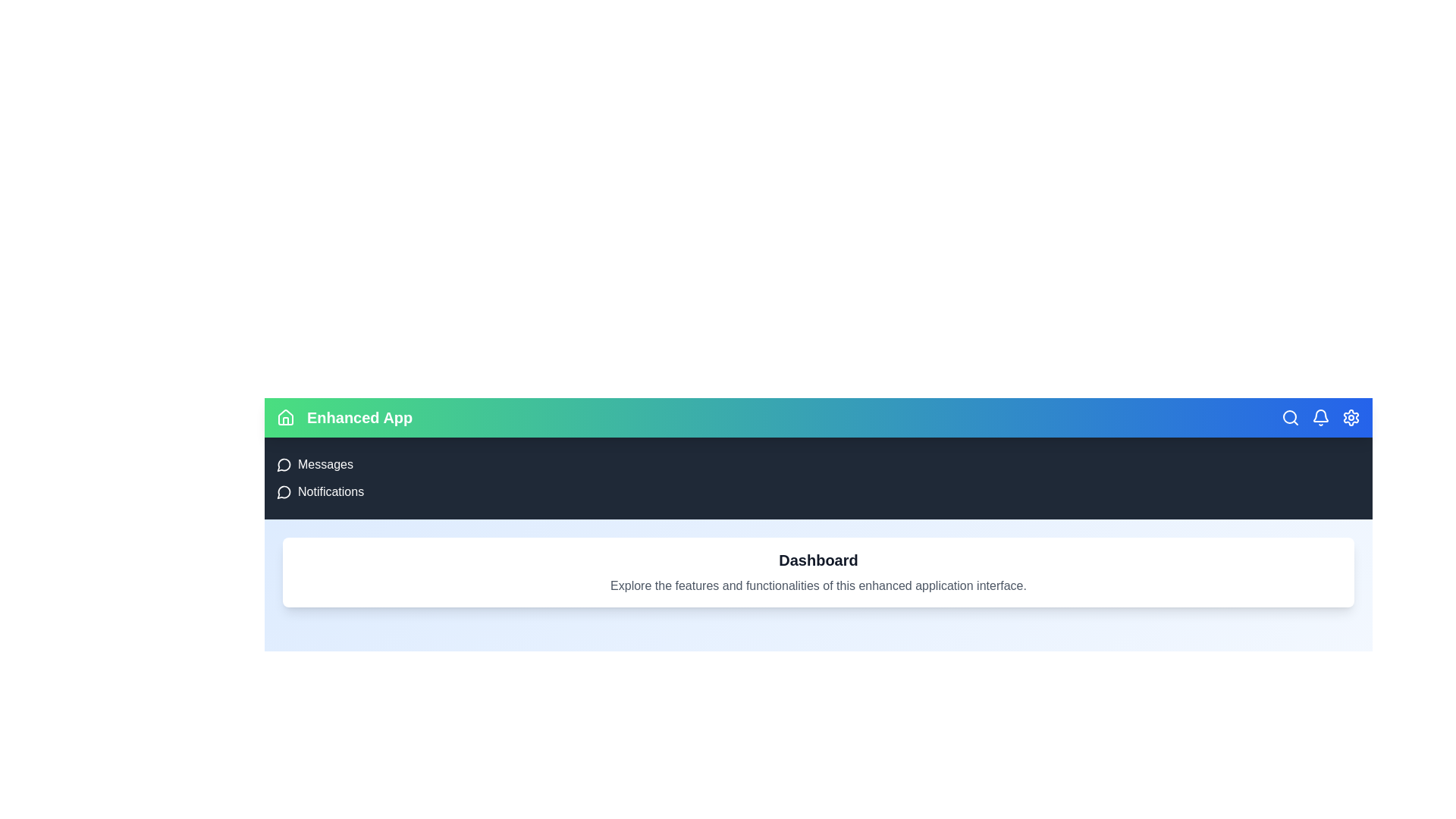 Image resolution: width=1456 pixels, height=819 pixels. I want to click on the navigation button Search, so click(1290, 418).